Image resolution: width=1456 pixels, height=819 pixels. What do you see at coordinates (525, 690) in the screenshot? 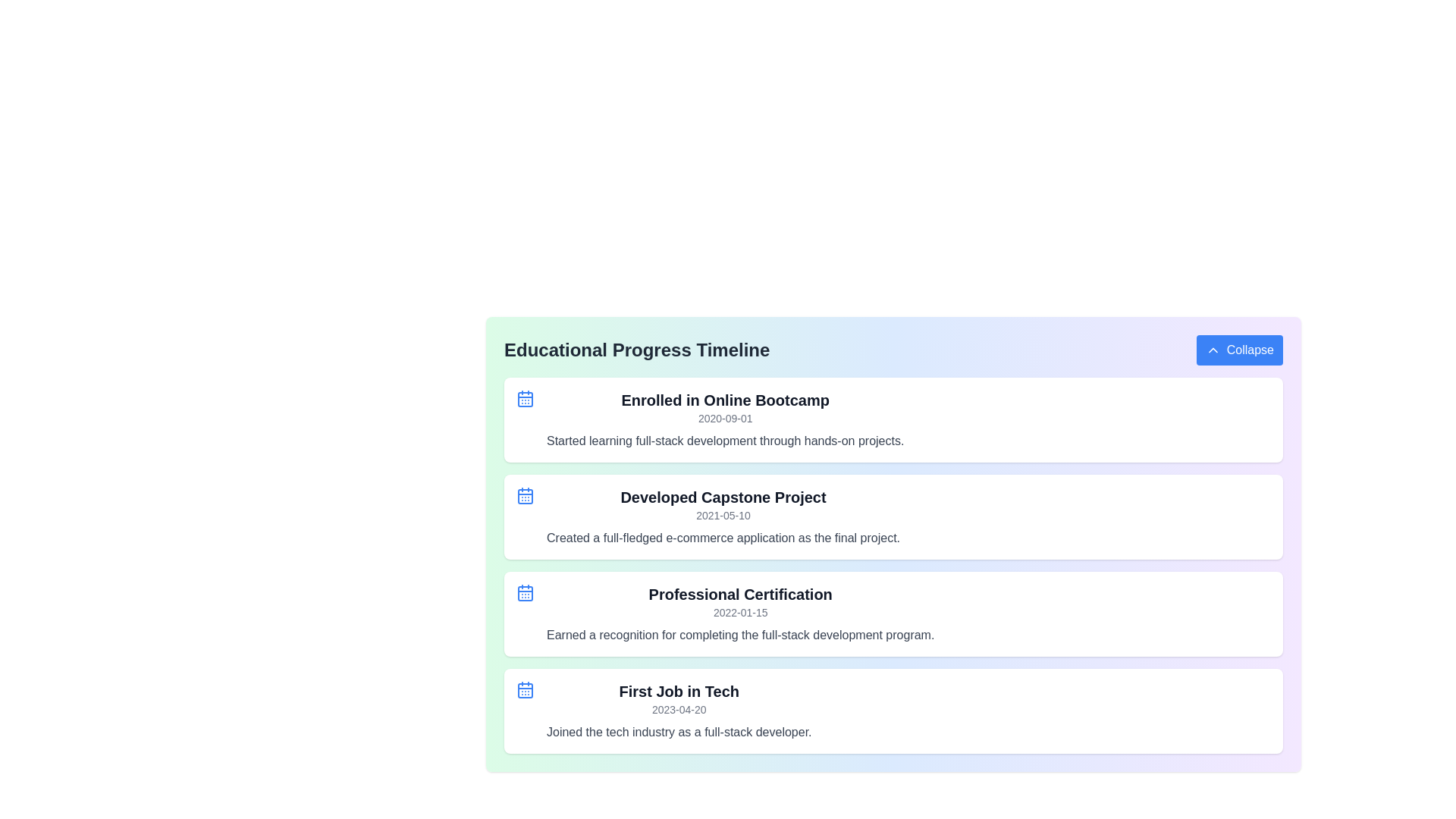
I see `the calendar icon located on the left side of the fourth card in the event timeline, which is represented by a blue icon with rounded corners` at bounding box center [525, 690].